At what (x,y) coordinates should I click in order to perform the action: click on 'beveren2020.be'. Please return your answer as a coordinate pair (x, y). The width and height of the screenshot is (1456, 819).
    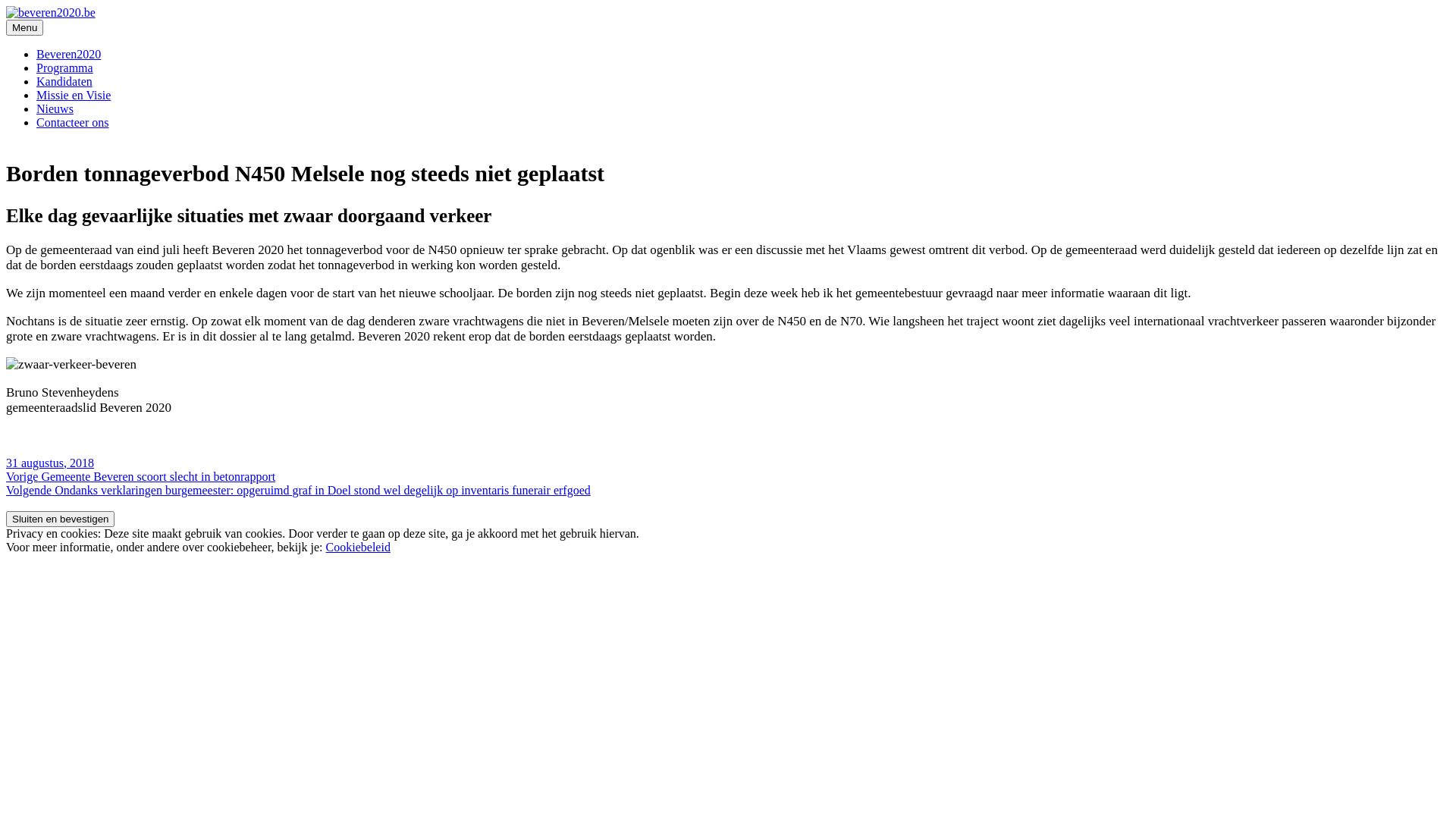
    Looking at the image, I should click on (44, 37).